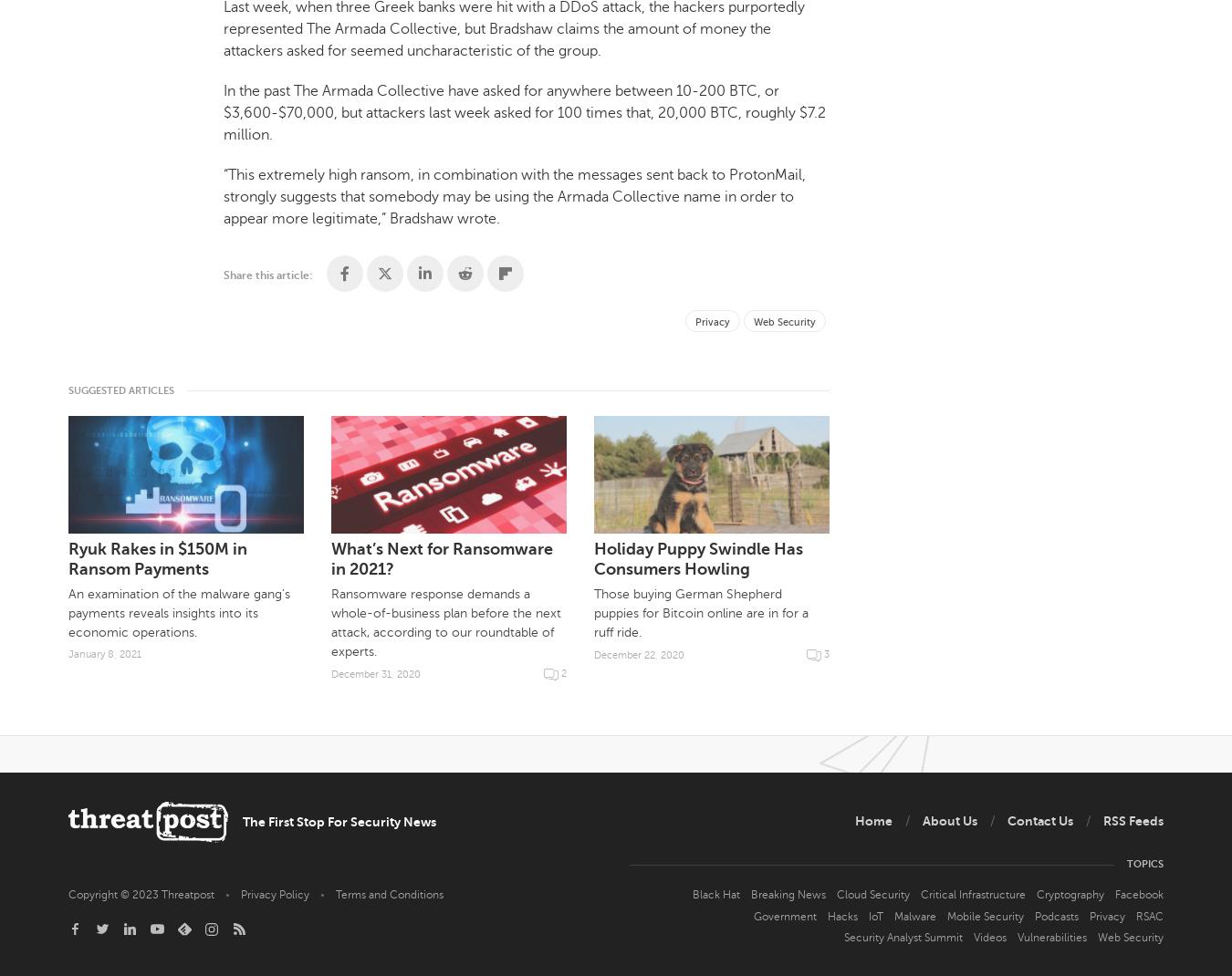 Image resolution: width=1232 pixels, height=976 pixels. Describe the element at coordinates (825, 652) in the screenshot. I see `'3'` at that location.